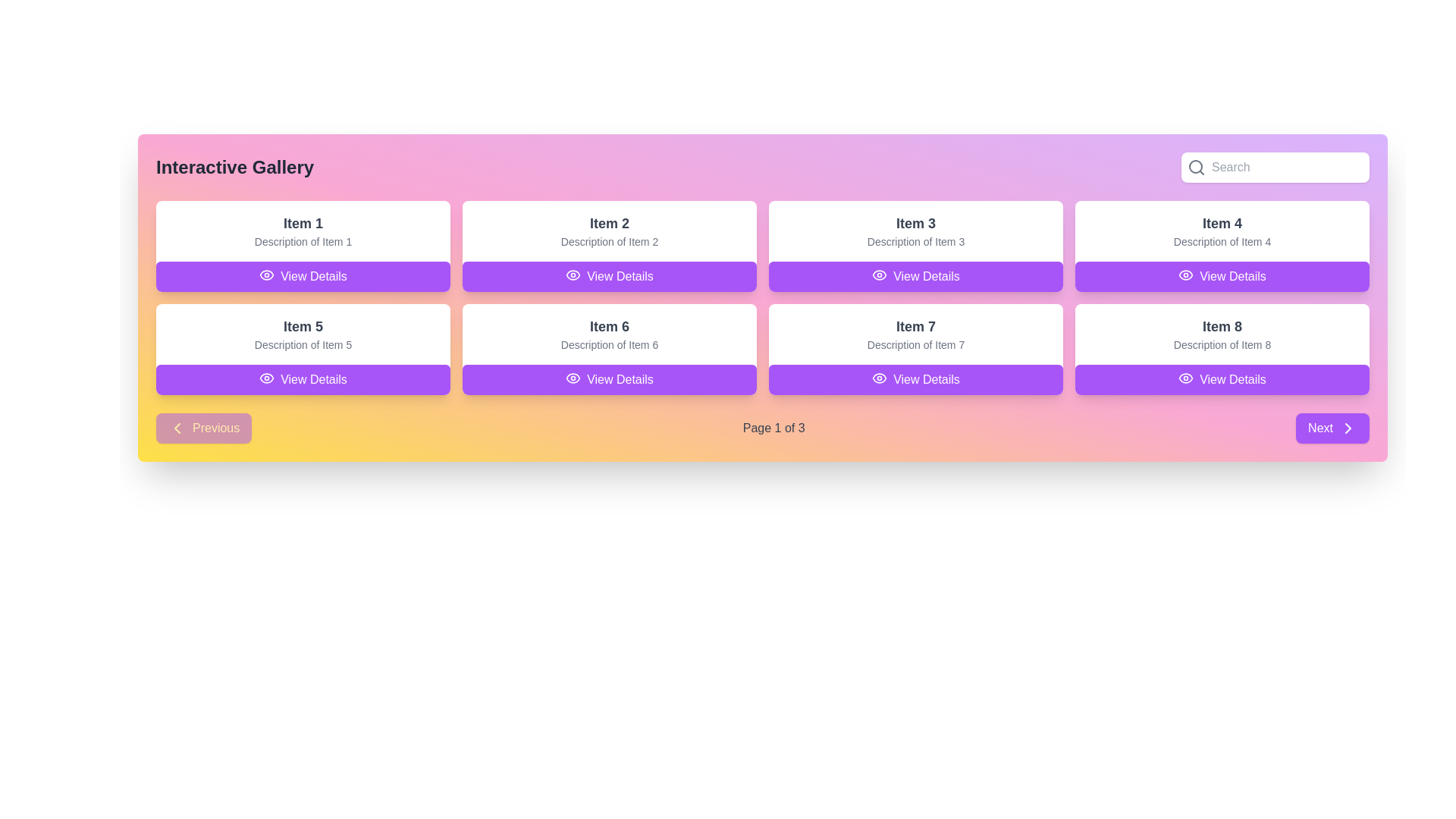 The image size is (1456, 819). What do you see at coordinates (266, 377) in the screenshot?
I see `the visual indicator icon located to the left of the 'View Details' button for 'Item 5' to inspect the associated details` at bounding box center [266, 377].